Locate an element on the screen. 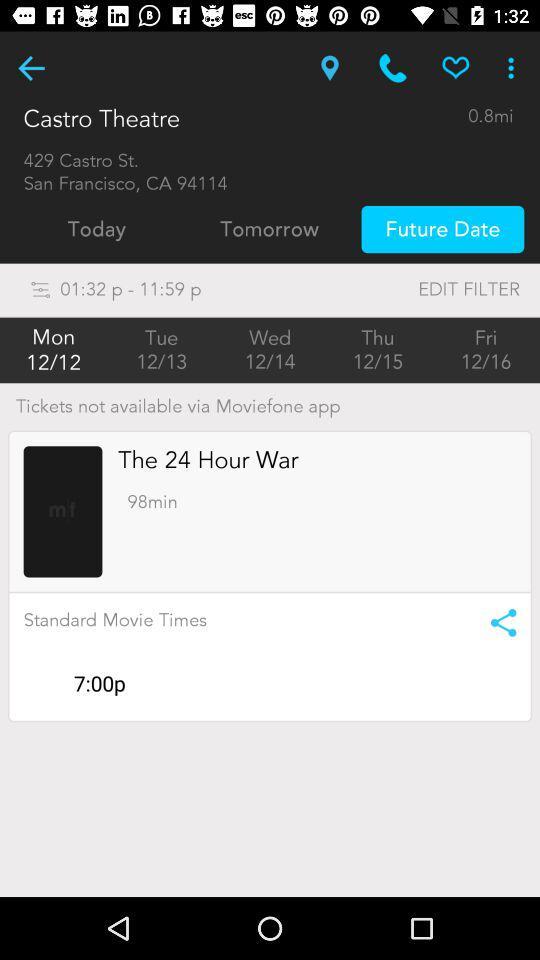 The image size is (540, 960). loads the movie 's profile is located at coordinates (63, 510).